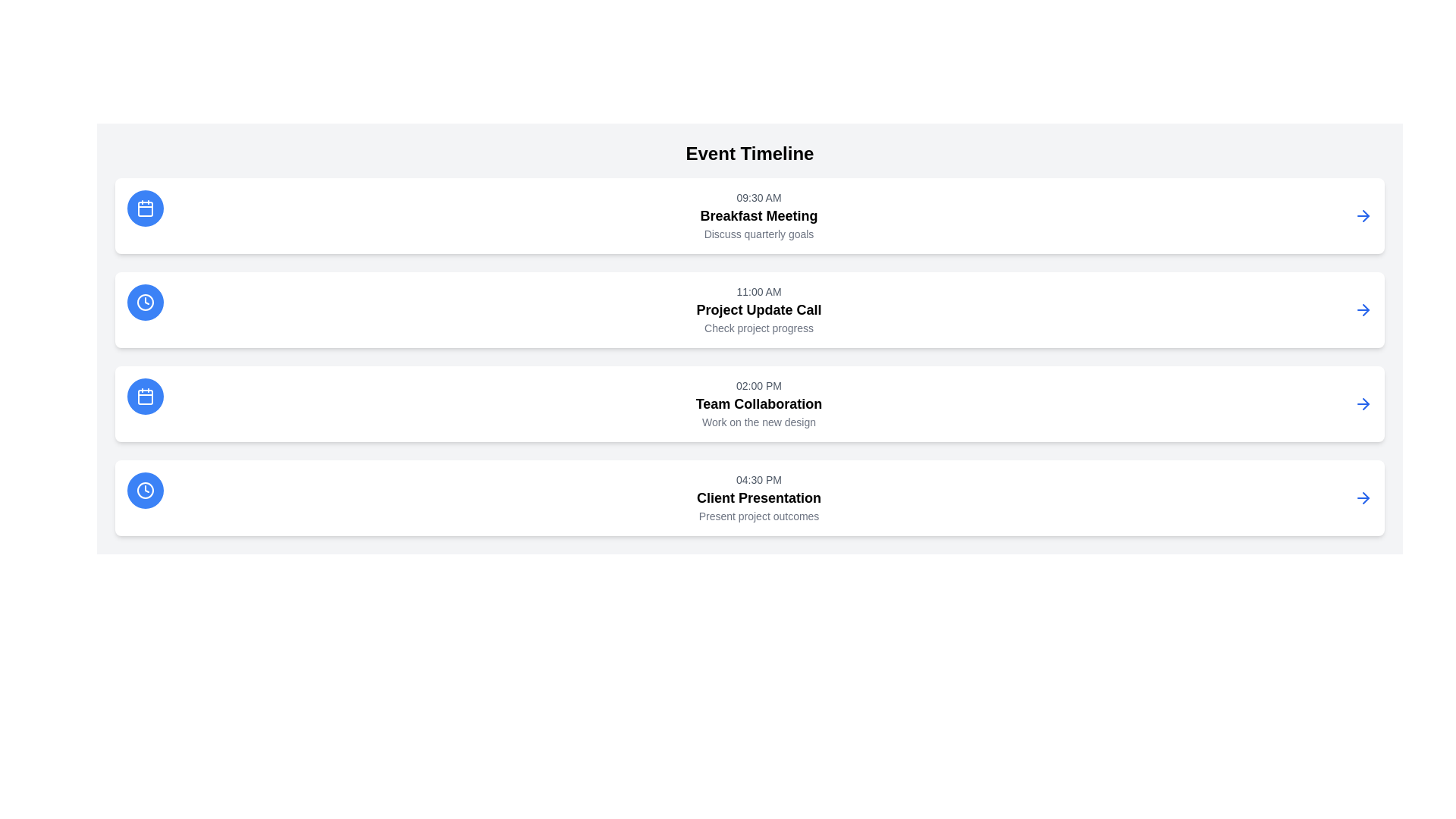  Describe the element at coordinates (1363, 309) in the screenshot. I see `the blue rightward arrow icon adjacent to the 'Project Update Call' section in the Event Timeline interface` at that location.